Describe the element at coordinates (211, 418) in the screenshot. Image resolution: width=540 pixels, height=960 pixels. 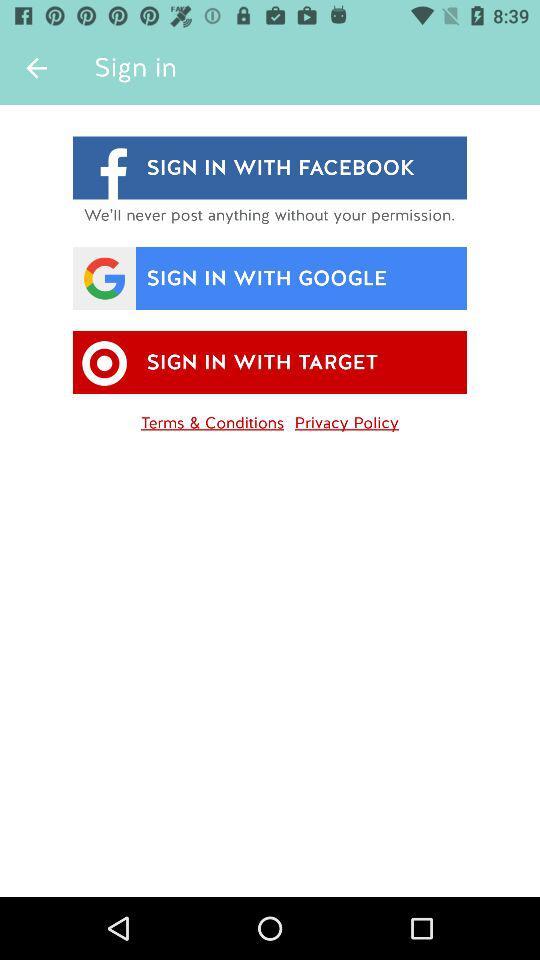
I see `icon below sign in with` at that location.